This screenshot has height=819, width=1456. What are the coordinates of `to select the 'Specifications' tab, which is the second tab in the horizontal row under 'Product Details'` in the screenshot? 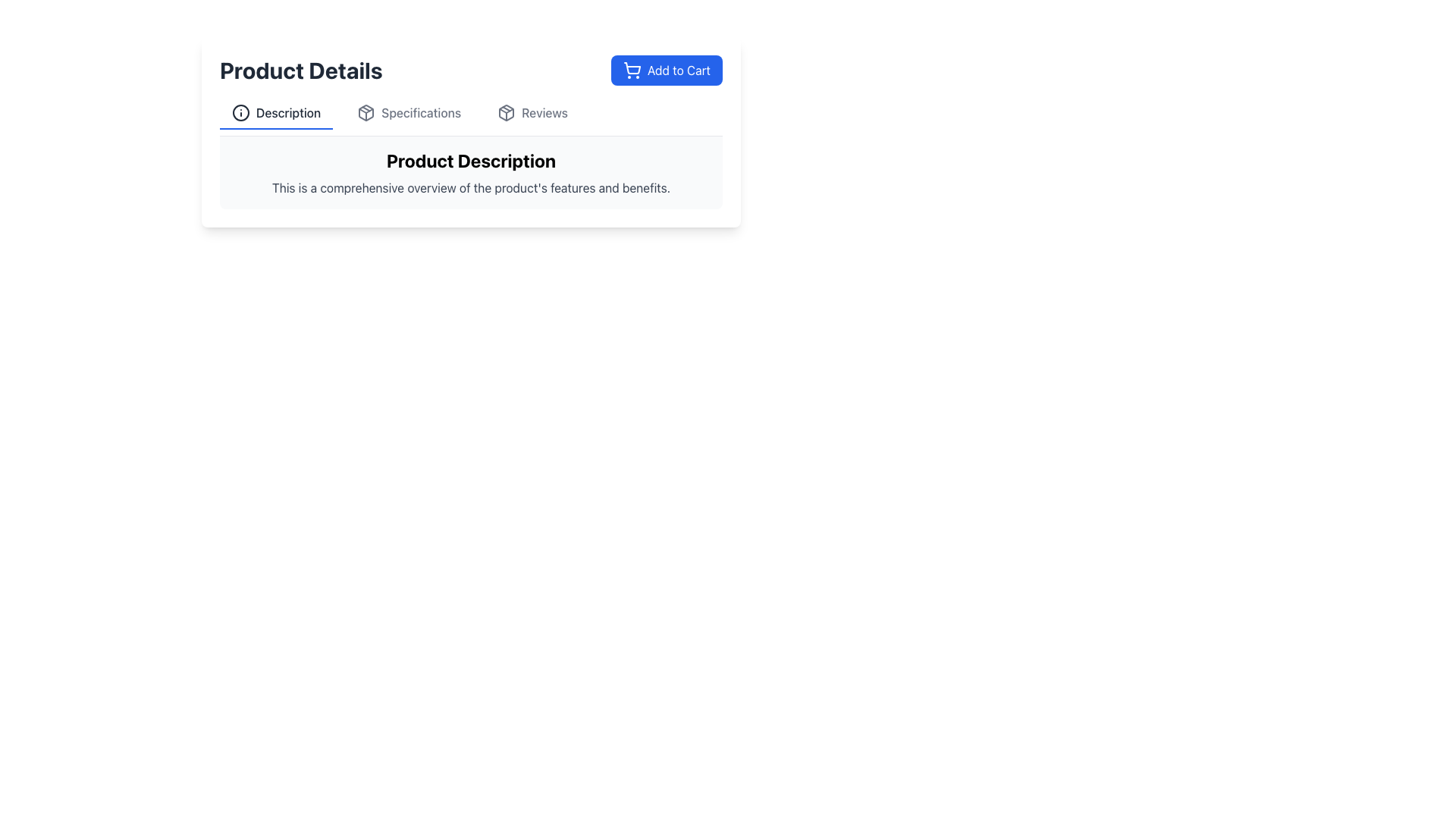 It's located at (409, 113).